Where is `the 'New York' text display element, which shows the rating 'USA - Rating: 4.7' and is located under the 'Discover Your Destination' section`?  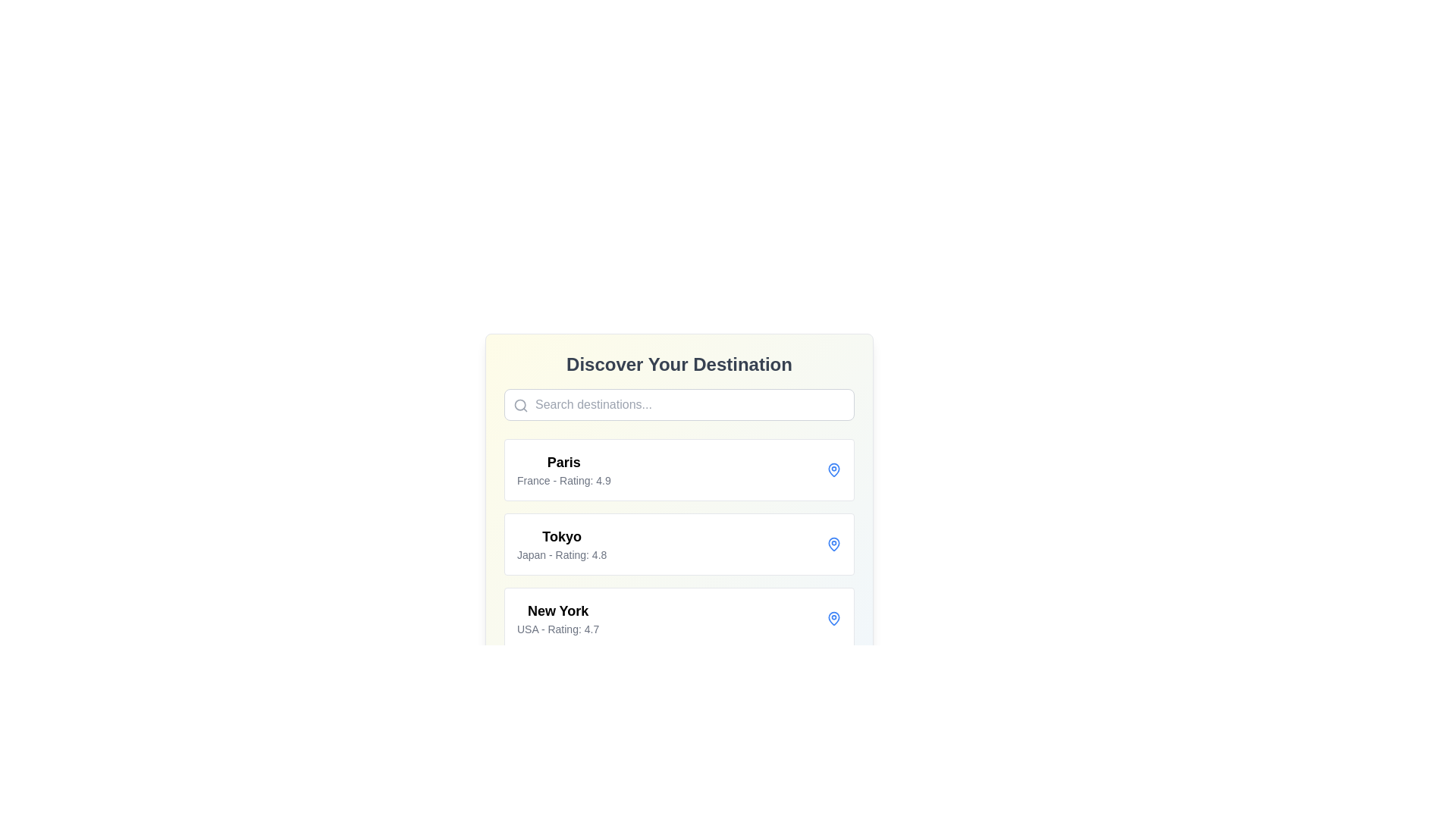 the 'New York' text display element, which shows the rating 'USA - Rating: 4.7' and is located under the 'Discover Your Destination' section is located at coordinates (557, 619).